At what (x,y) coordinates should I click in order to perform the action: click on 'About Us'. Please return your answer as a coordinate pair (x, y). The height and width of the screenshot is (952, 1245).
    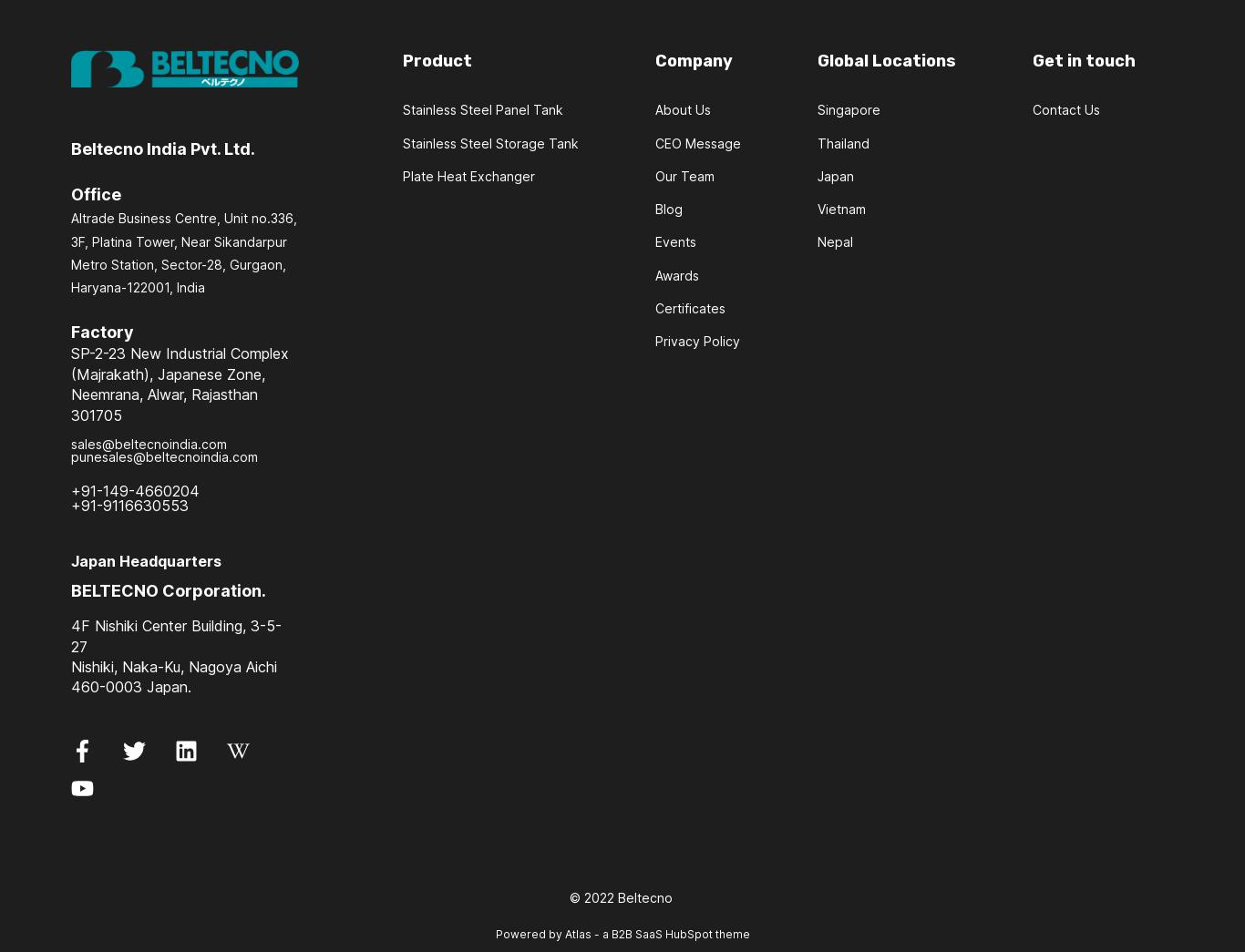
    Looking at the image, I should click on (683, 108).